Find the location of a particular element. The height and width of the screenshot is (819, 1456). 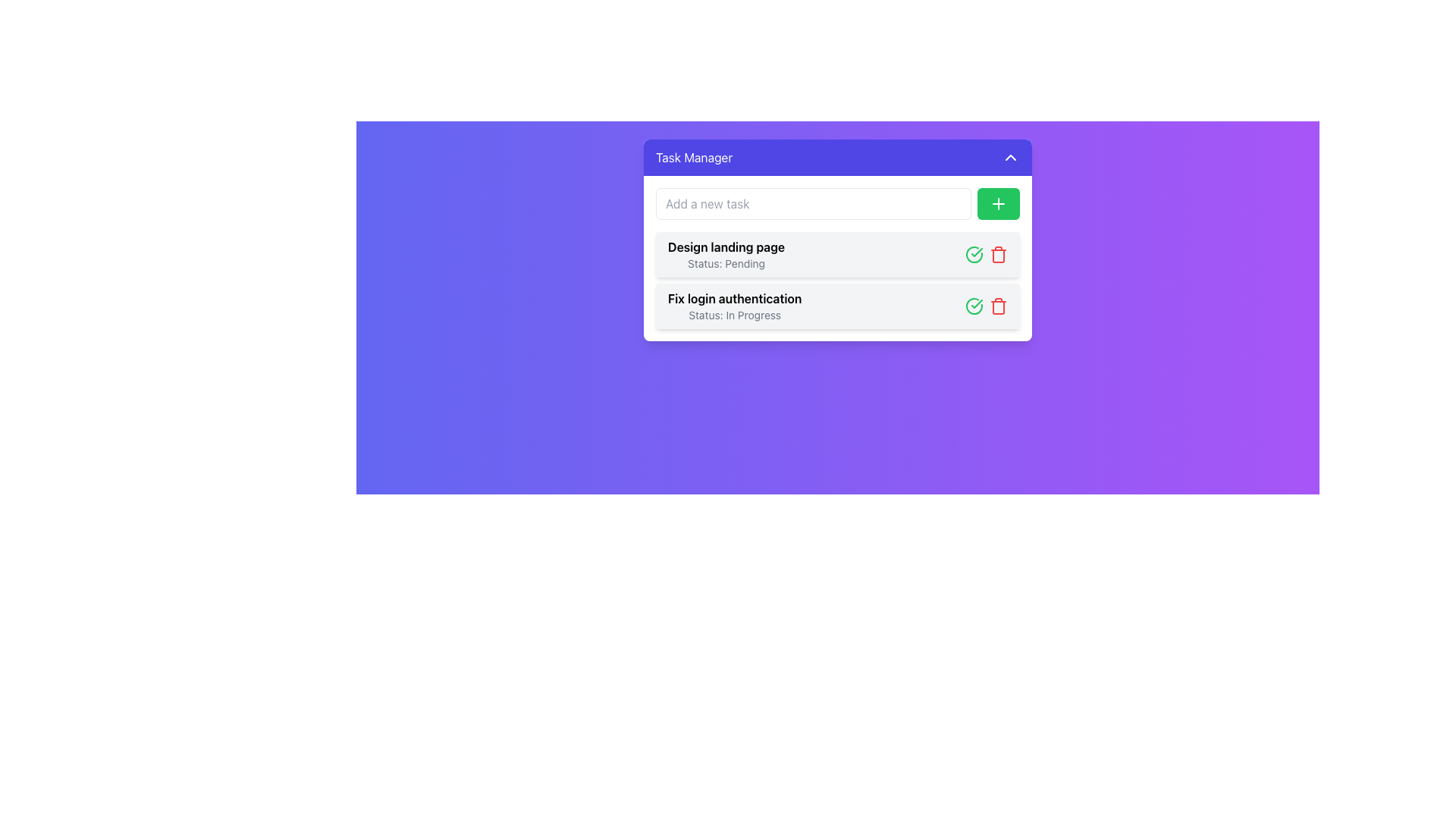

the Text Label that displays the title of a task, positioned above the text 'Status: Pending' in the task manager interface is located at coordinates (726, 246).